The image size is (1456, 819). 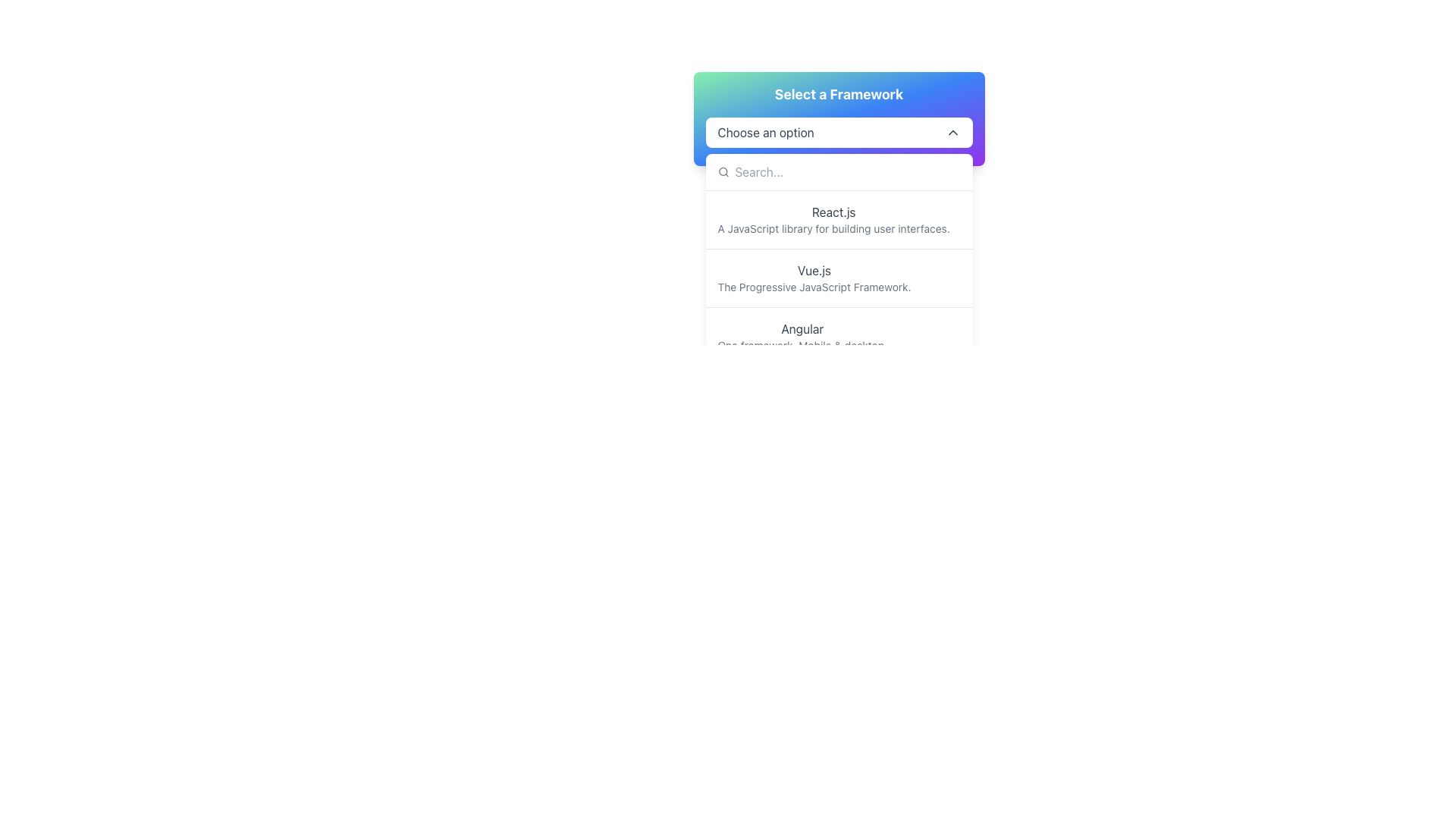 I want to click on the third list item in the dropdown that represents the 'Angular' framework to change its background color, so click(x=838, y=335).